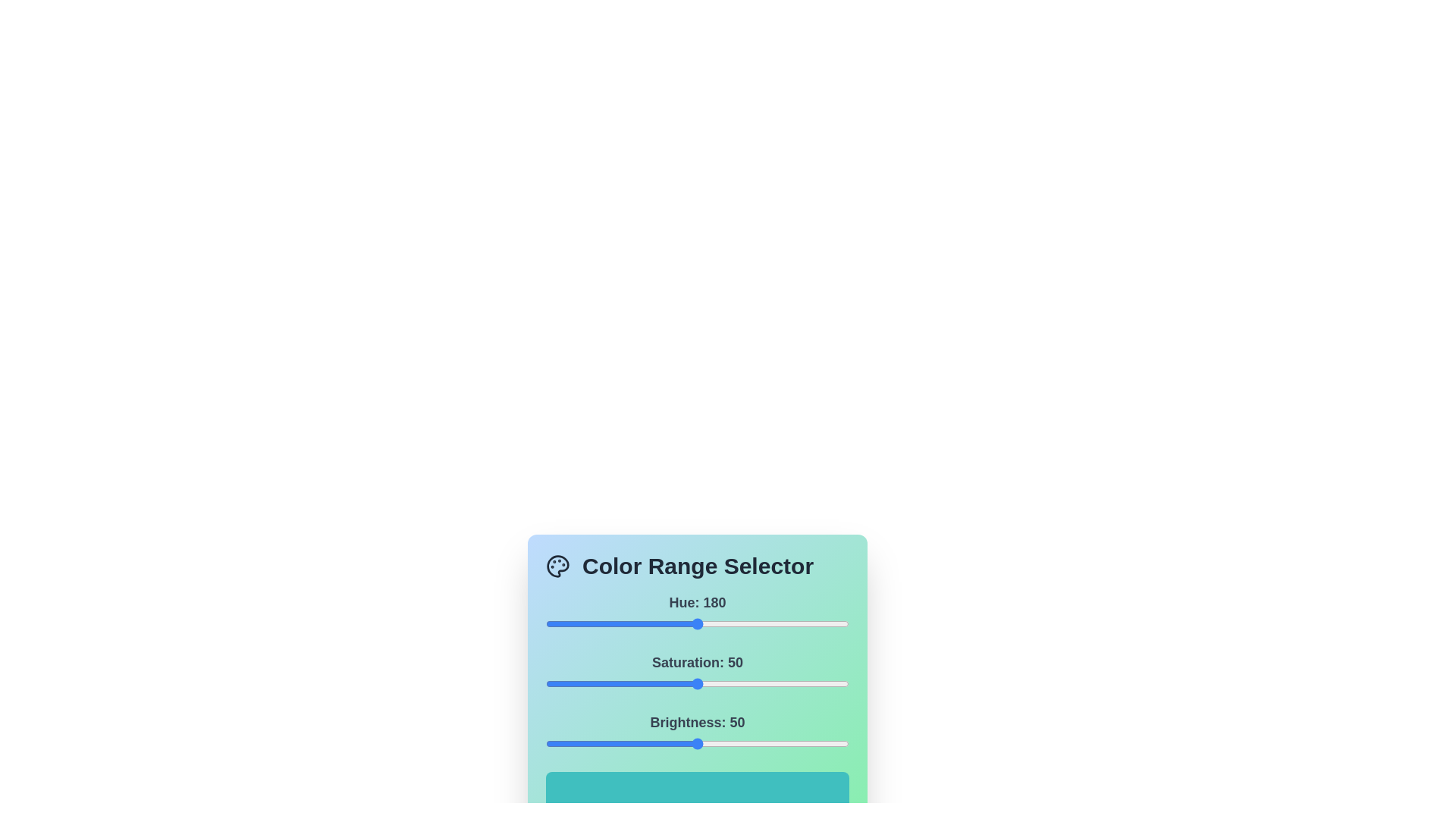 Image resolution: width=1456 pixels, height=819 pixels. Describe the element at coordinates (734, 684) in the screenshot. I see `the 1 slider to 62` at that location.